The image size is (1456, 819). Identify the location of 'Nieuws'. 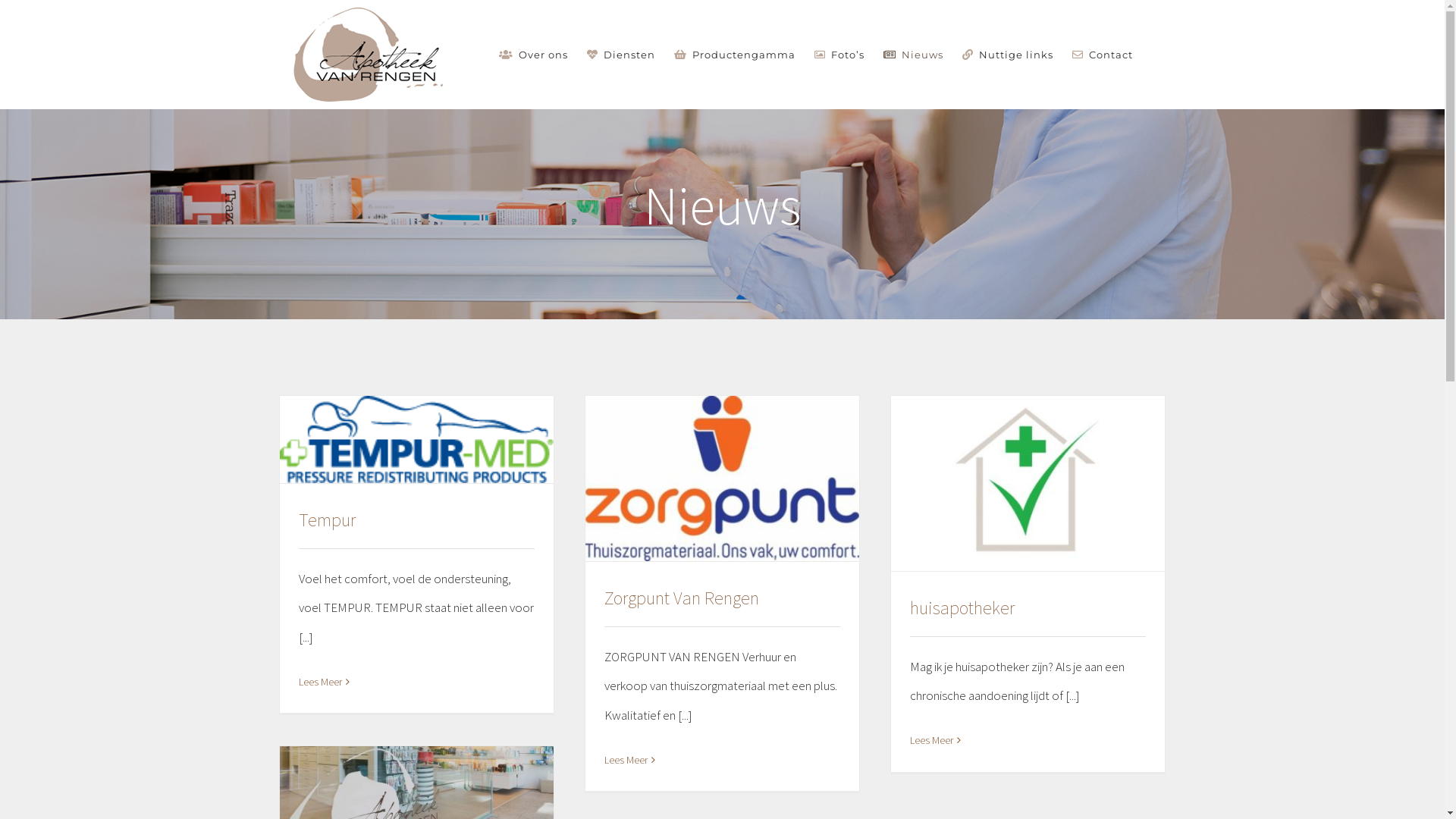
(912, 54).